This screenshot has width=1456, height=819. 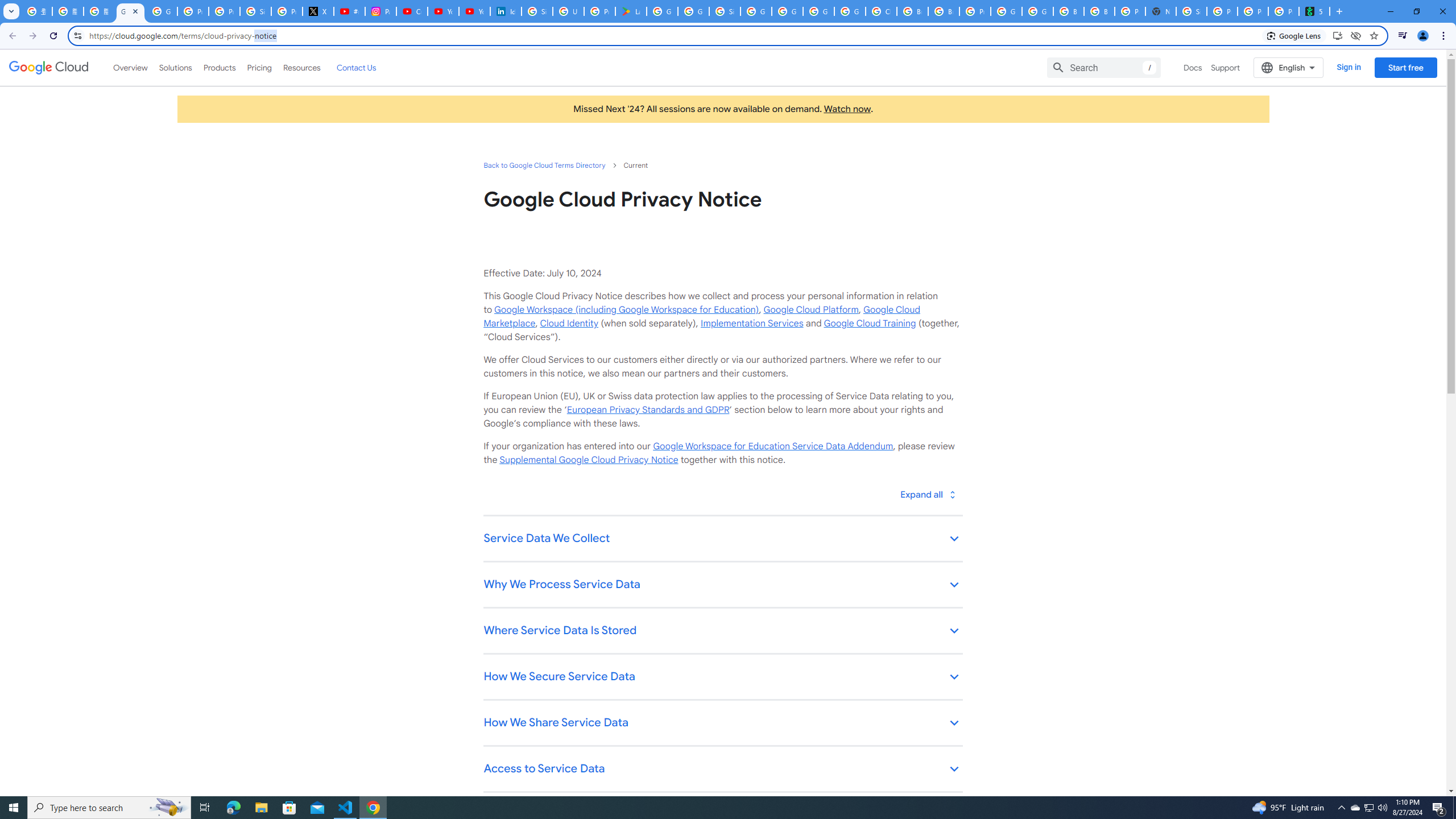 I want to click on 'Cloud Identity', so click(x=568, y=322).